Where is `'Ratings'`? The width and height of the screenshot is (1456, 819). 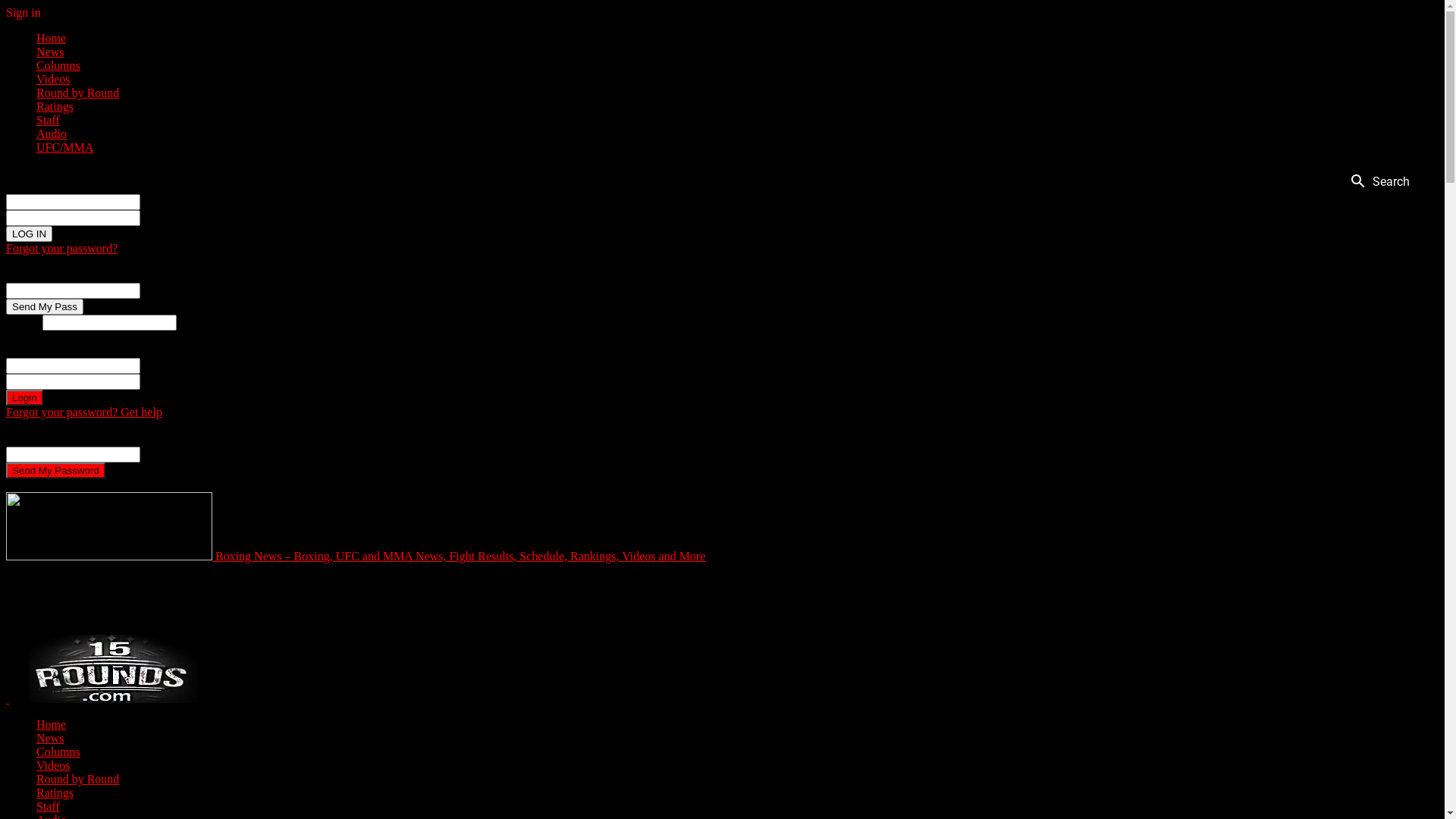 'Ratings' is located at coordinates (55, 105).